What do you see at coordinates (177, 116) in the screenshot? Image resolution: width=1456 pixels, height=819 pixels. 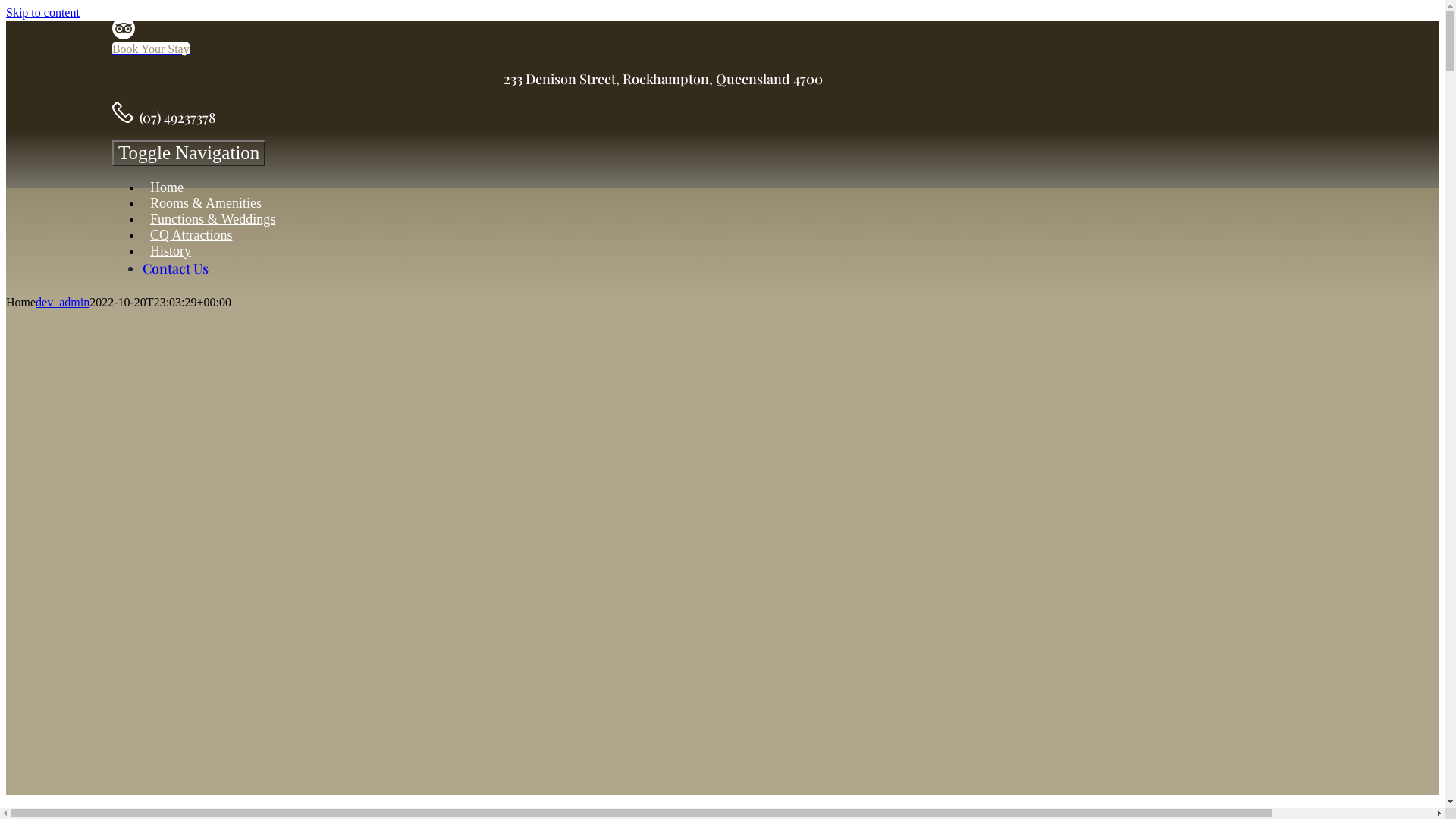 I see `'(07) 49237378'` at bounding box center [177, 116].